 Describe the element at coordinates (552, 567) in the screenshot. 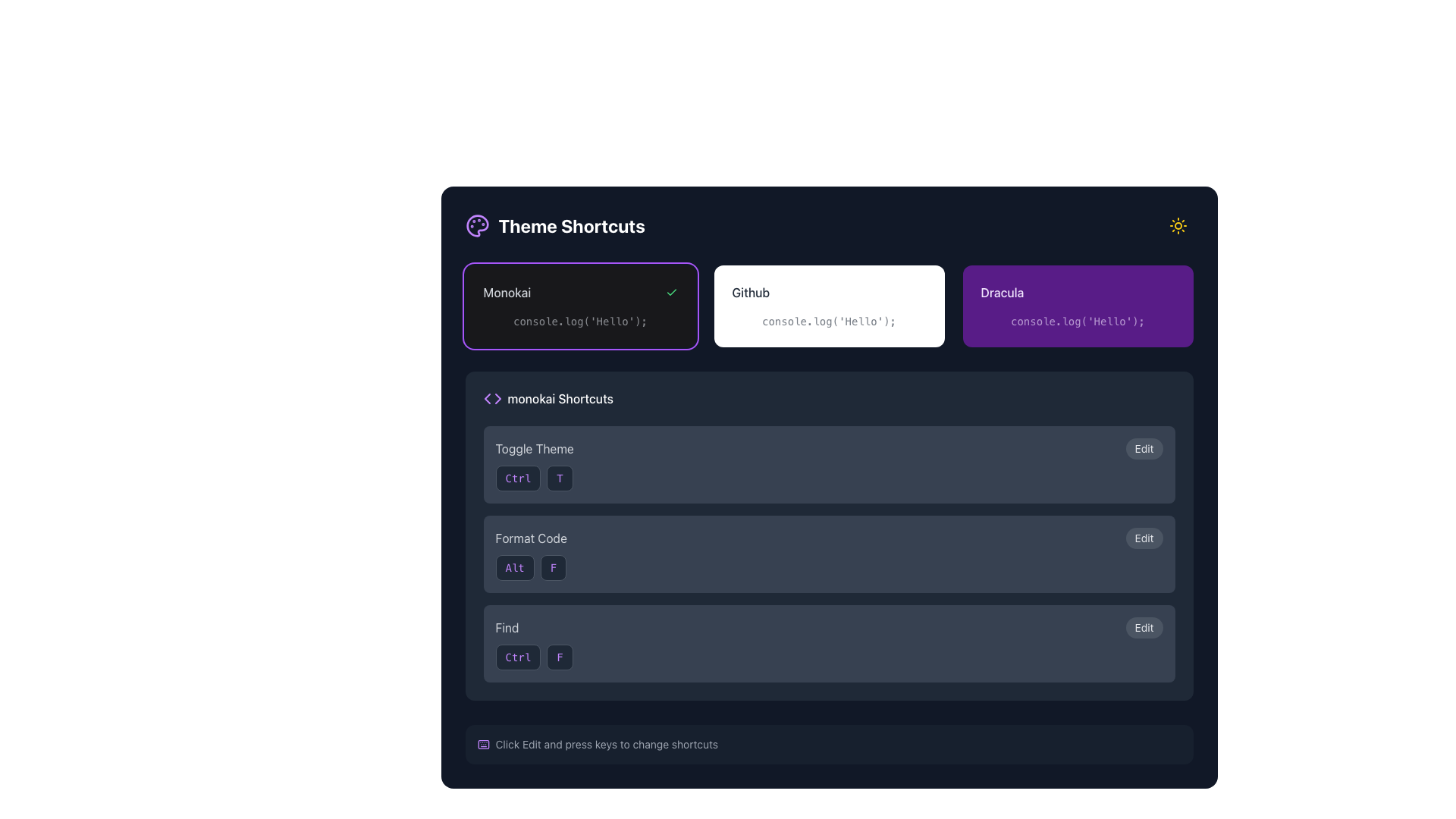

I see `the 'F' key indicator element, which represents the second part of the 'Alt + F' keyboard shortcut for formatting code, located in the 'monokai Shortcuts' section under the 'Format Code' label` at that location.